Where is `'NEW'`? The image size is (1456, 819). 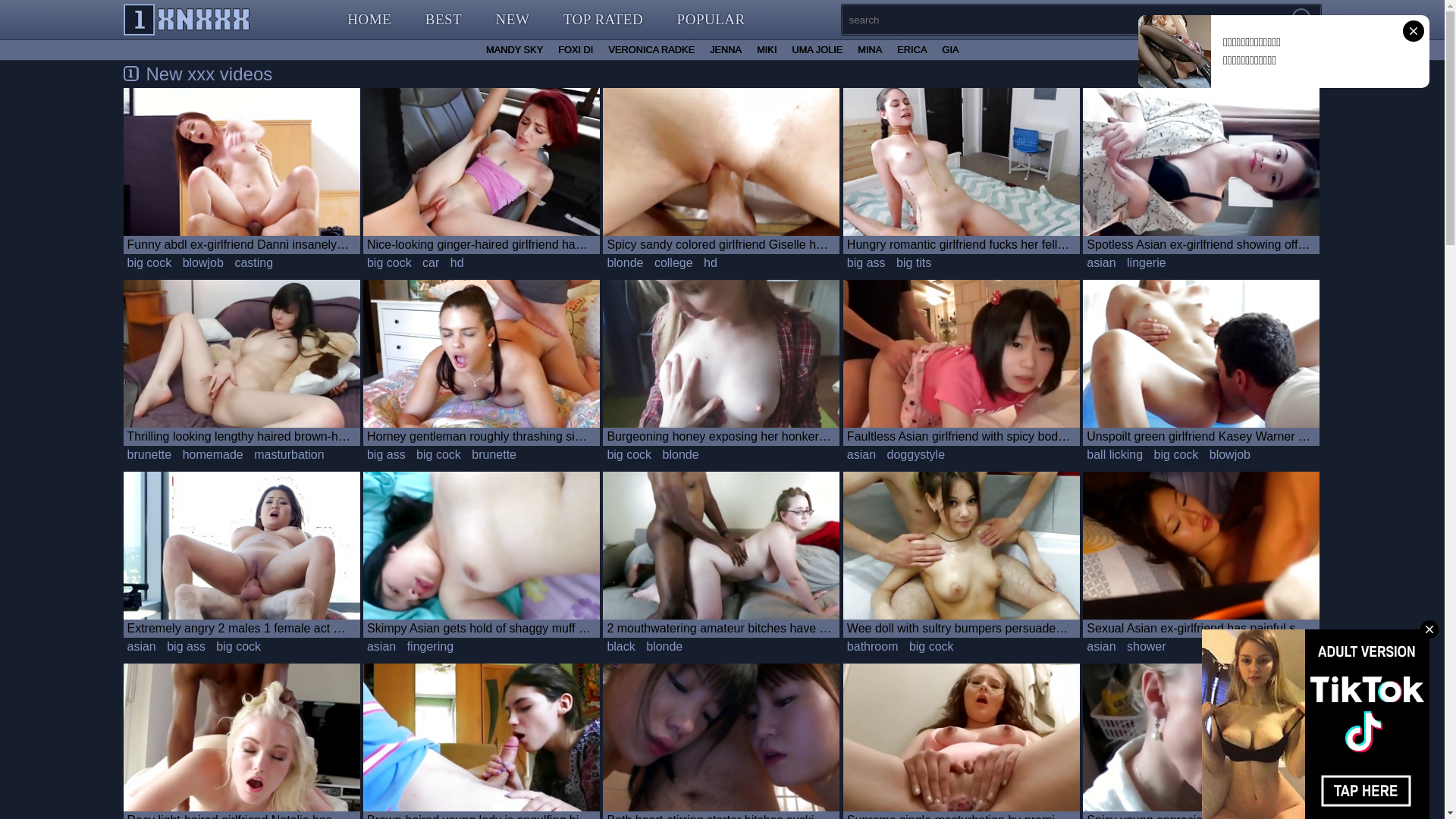
'NEW' is located at coordinates (513, 20).